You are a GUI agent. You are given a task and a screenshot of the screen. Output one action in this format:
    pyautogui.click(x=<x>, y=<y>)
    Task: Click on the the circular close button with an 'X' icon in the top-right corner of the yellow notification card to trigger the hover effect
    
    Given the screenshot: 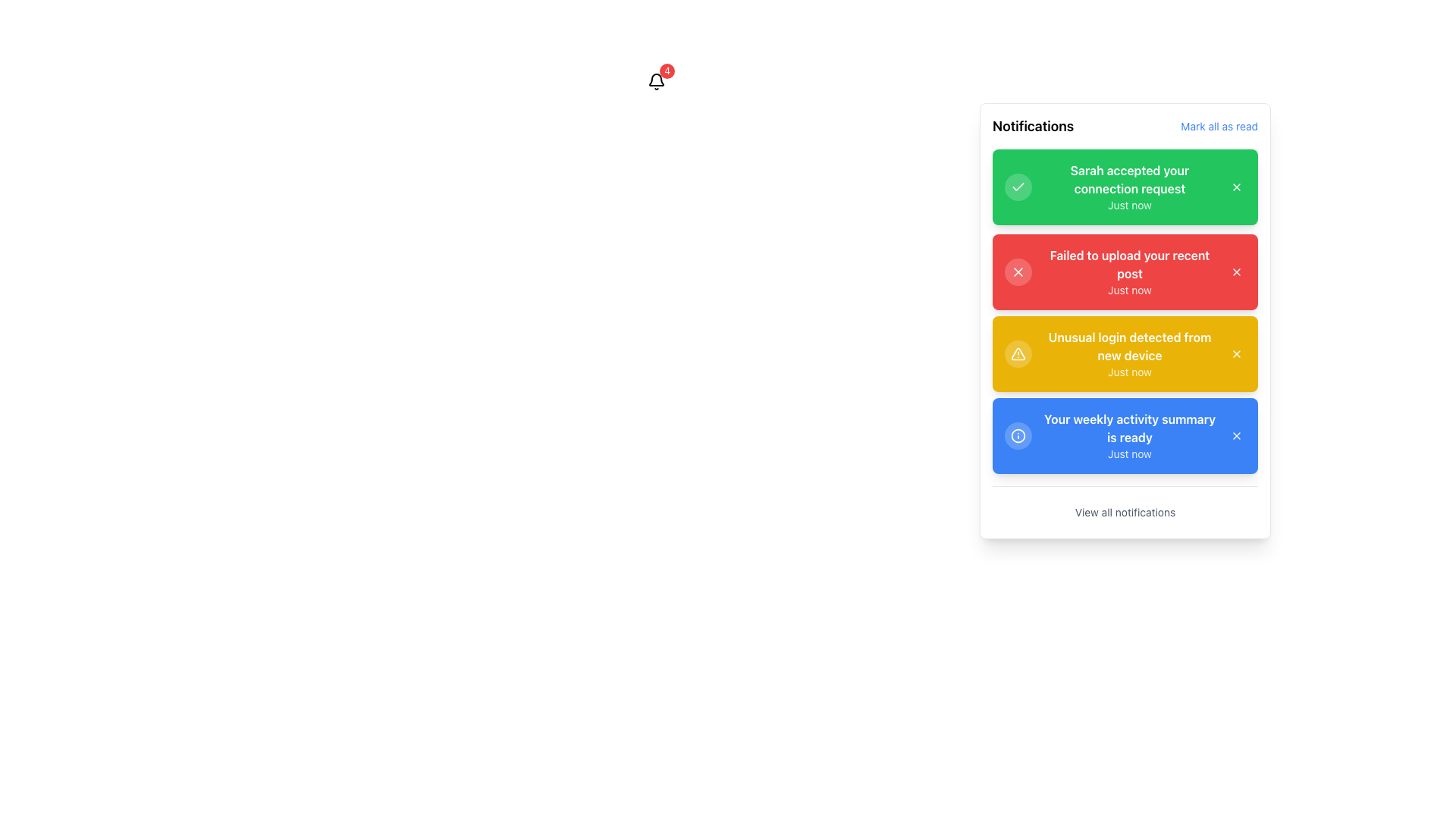 What is the action you would take?
    pyautogui.click(x=1237, y=353)
    